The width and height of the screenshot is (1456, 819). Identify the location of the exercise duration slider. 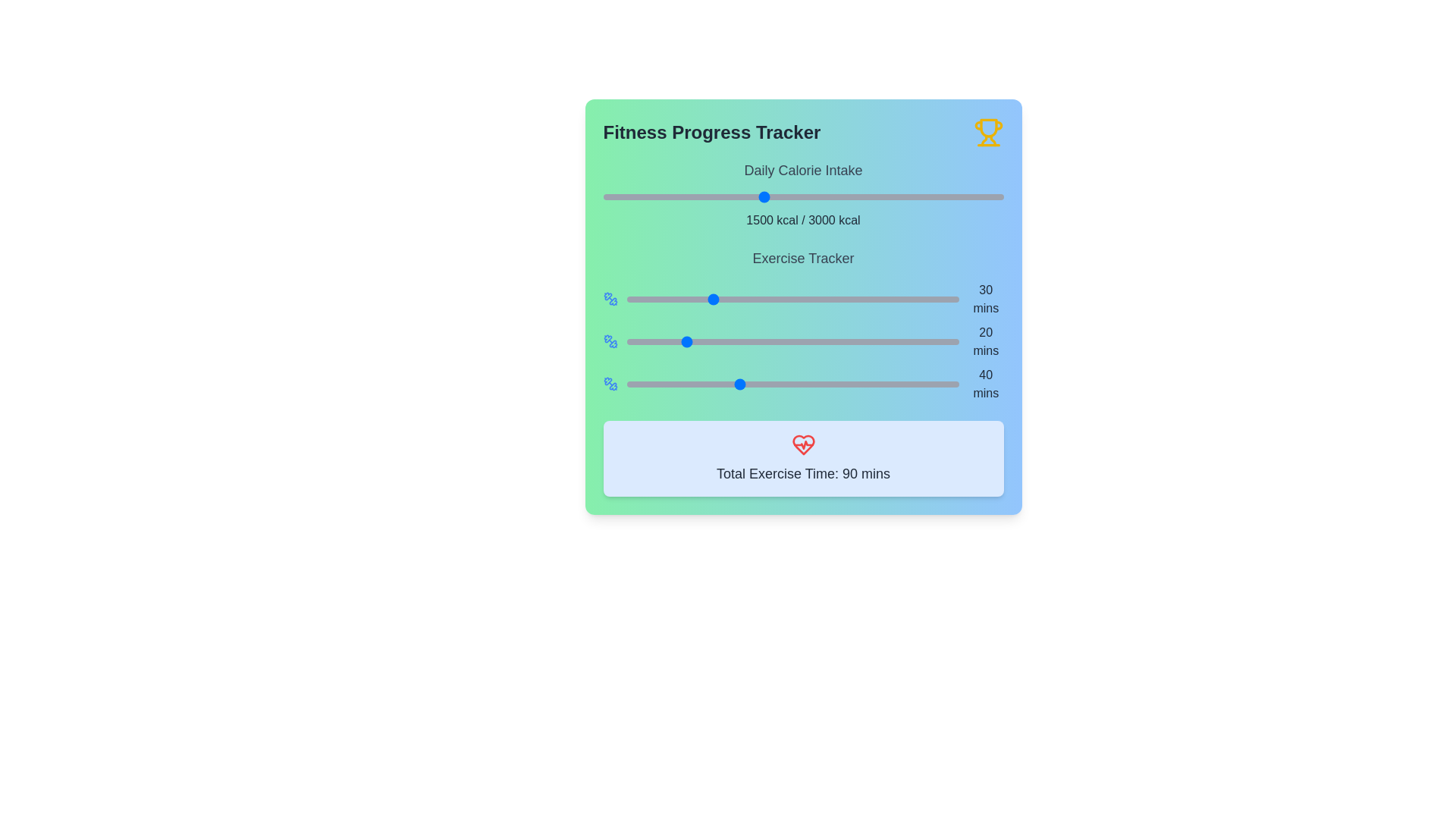
(801, 342).